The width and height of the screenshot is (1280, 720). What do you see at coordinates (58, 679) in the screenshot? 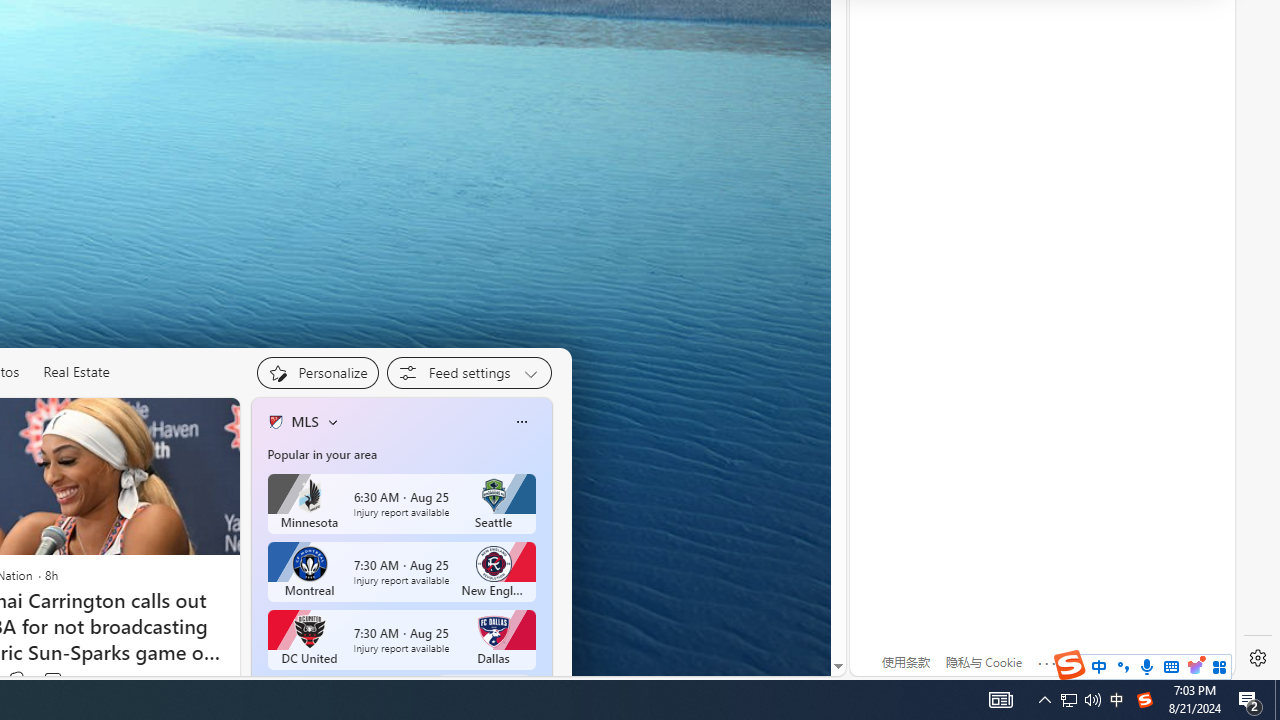
I see `'View comments 7 Comment'` at bounding box center [58, 679].